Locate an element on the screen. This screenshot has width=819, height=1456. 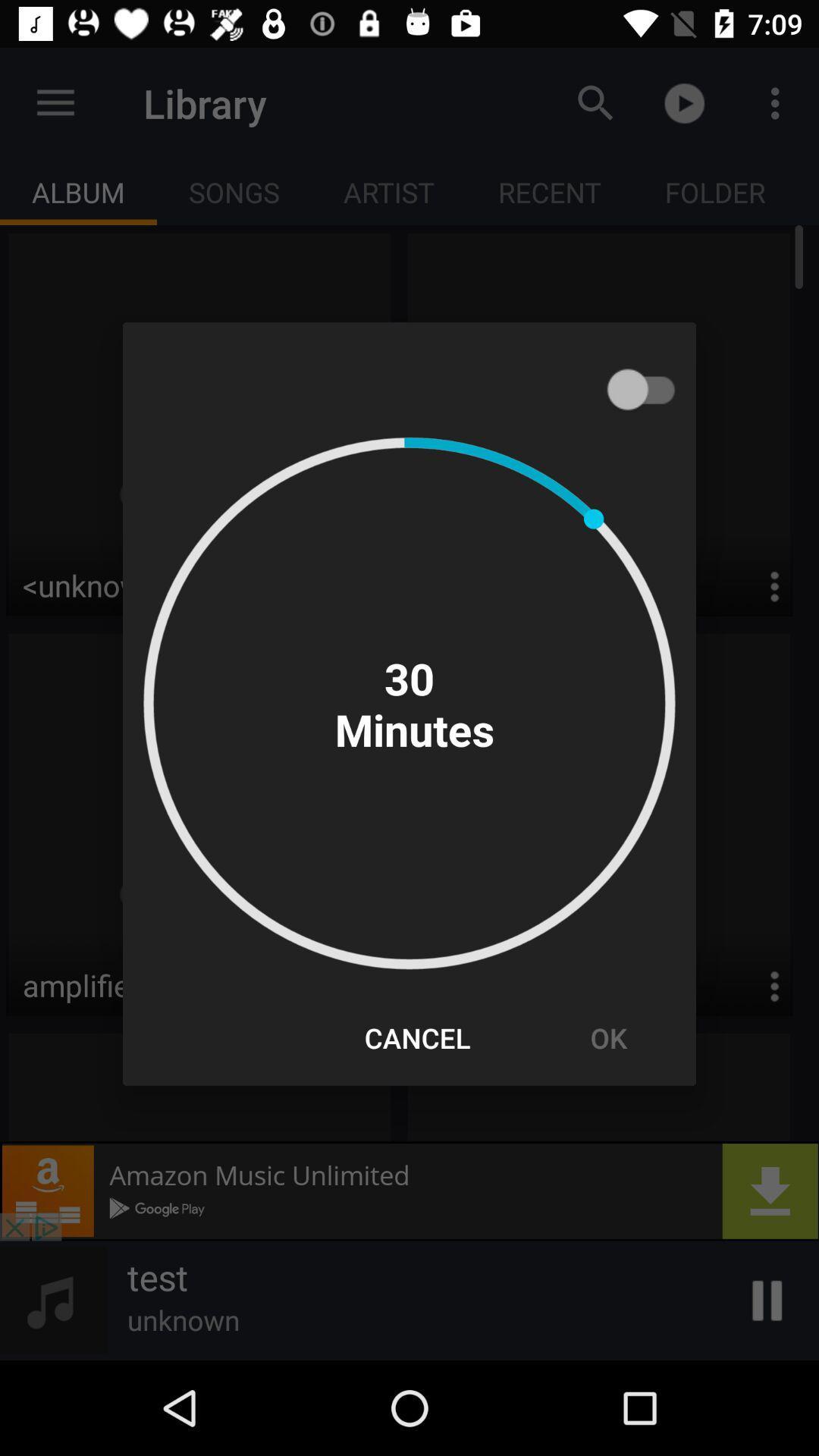
icon to the left of ok is located at coordinates (417, 1037).